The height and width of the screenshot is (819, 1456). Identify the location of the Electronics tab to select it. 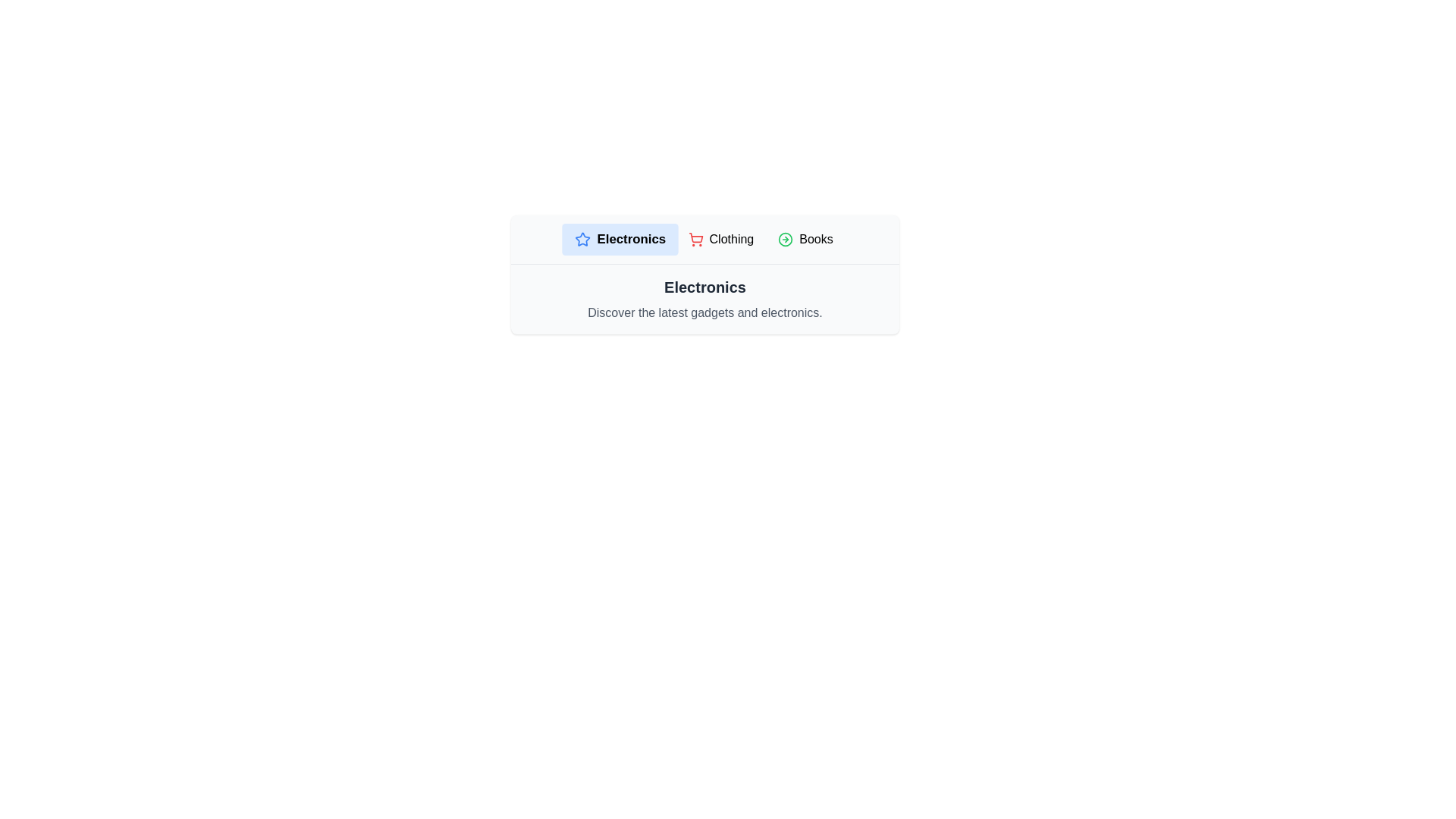
(620, 239).